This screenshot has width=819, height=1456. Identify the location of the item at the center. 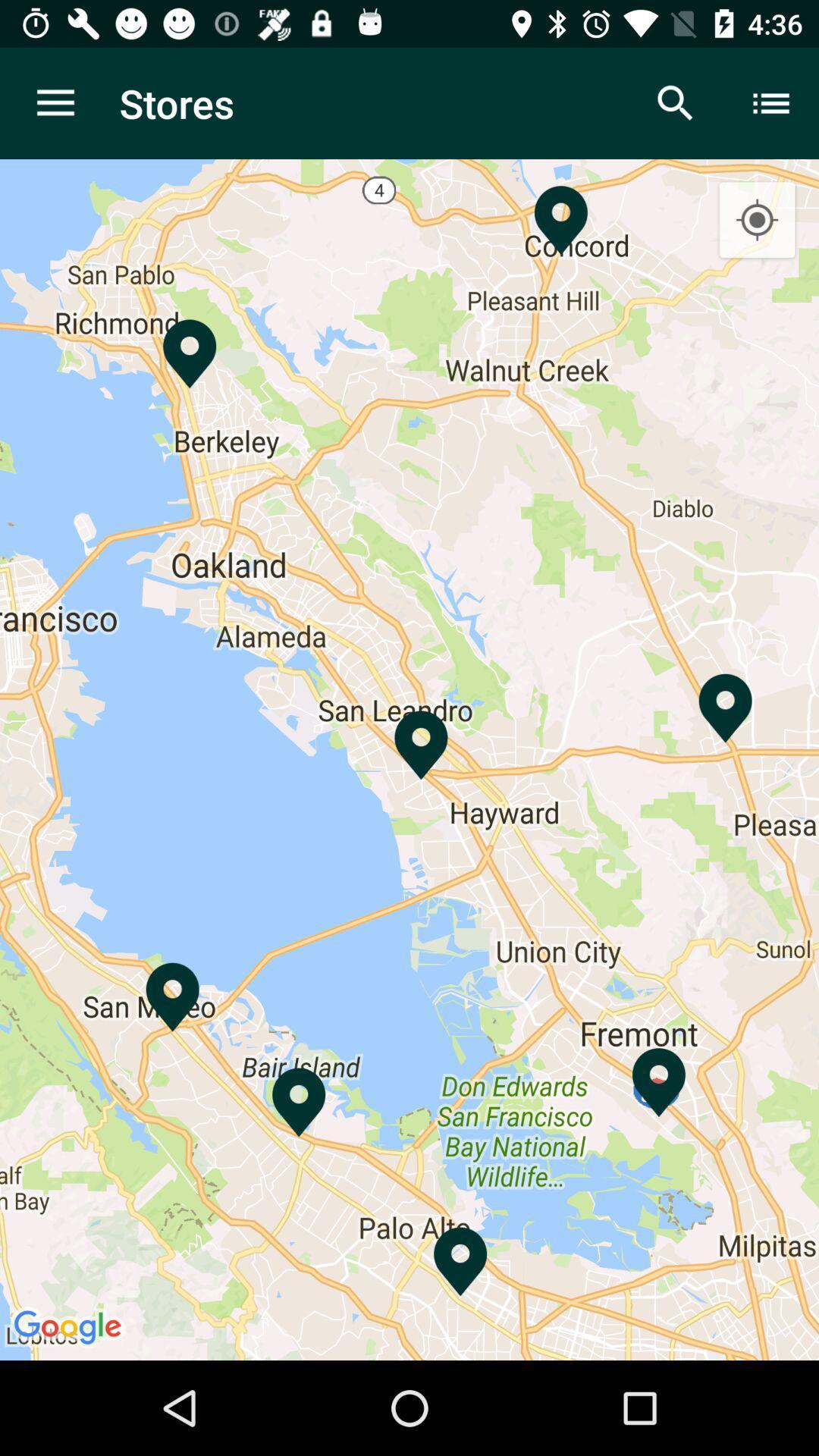
(409, 760).